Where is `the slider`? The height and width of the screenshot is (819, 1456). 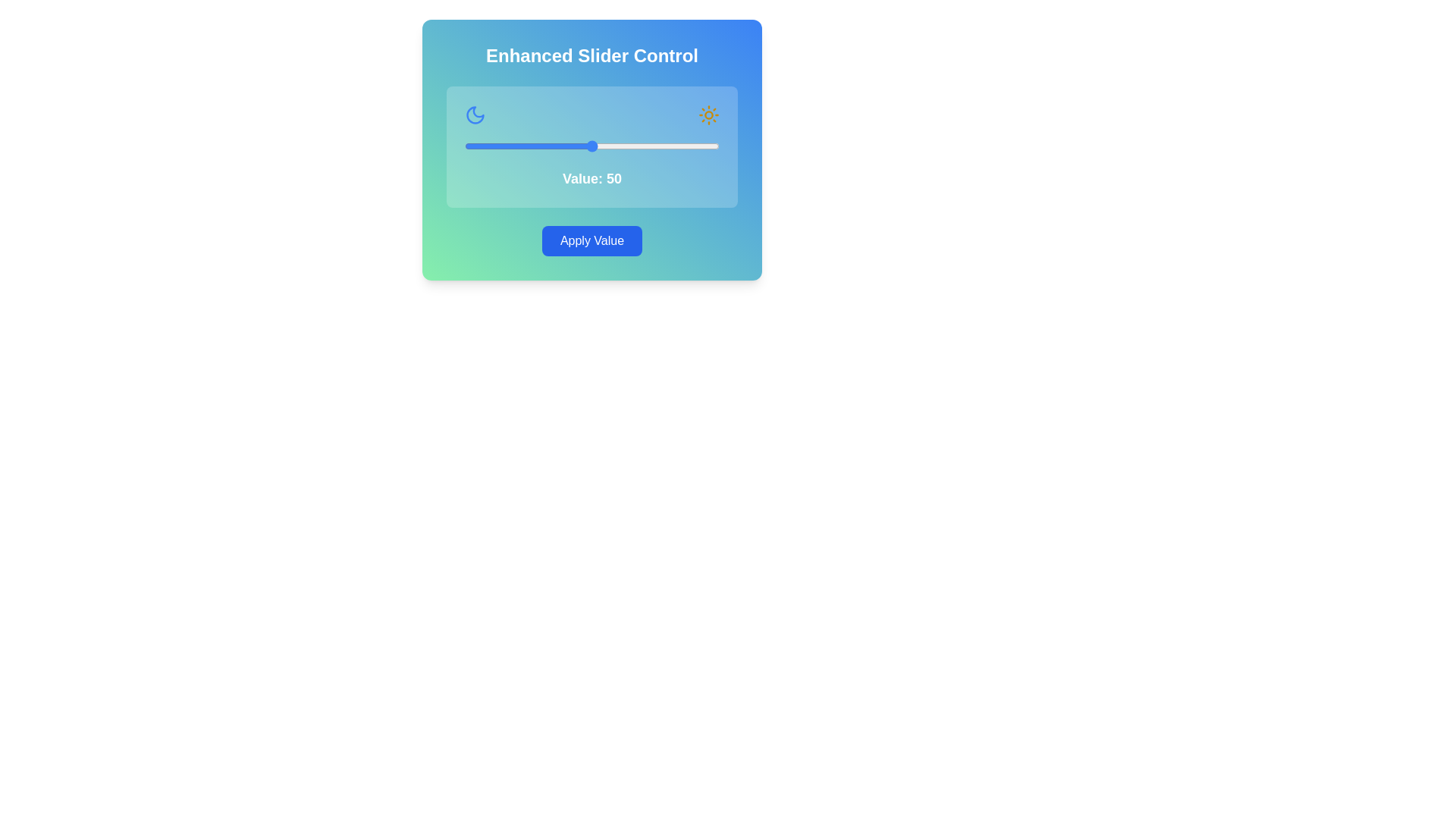 the slider is located at coordinates (693, 146).